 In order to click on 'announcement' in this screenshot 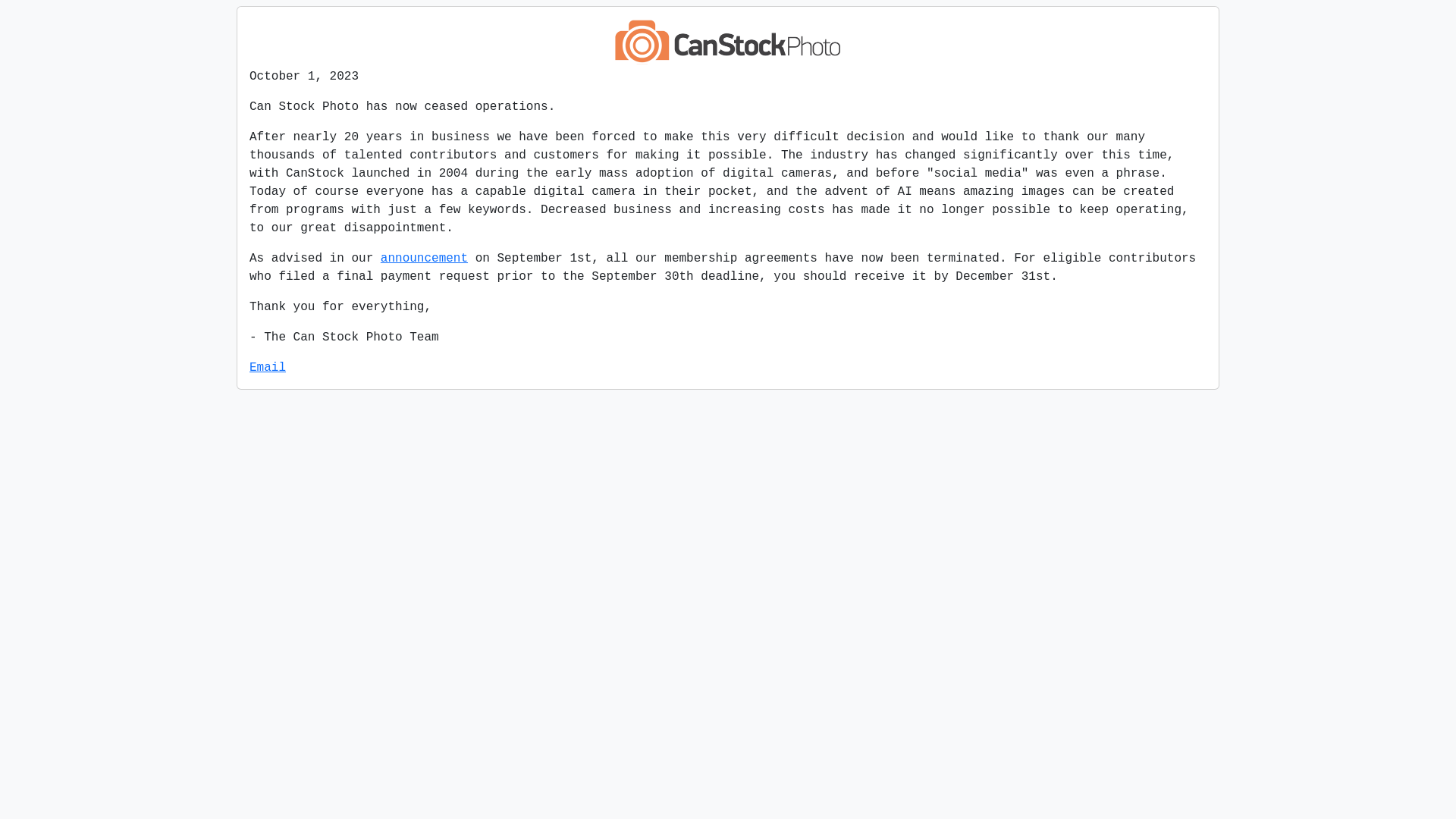, I will do `click(424, 257)`.